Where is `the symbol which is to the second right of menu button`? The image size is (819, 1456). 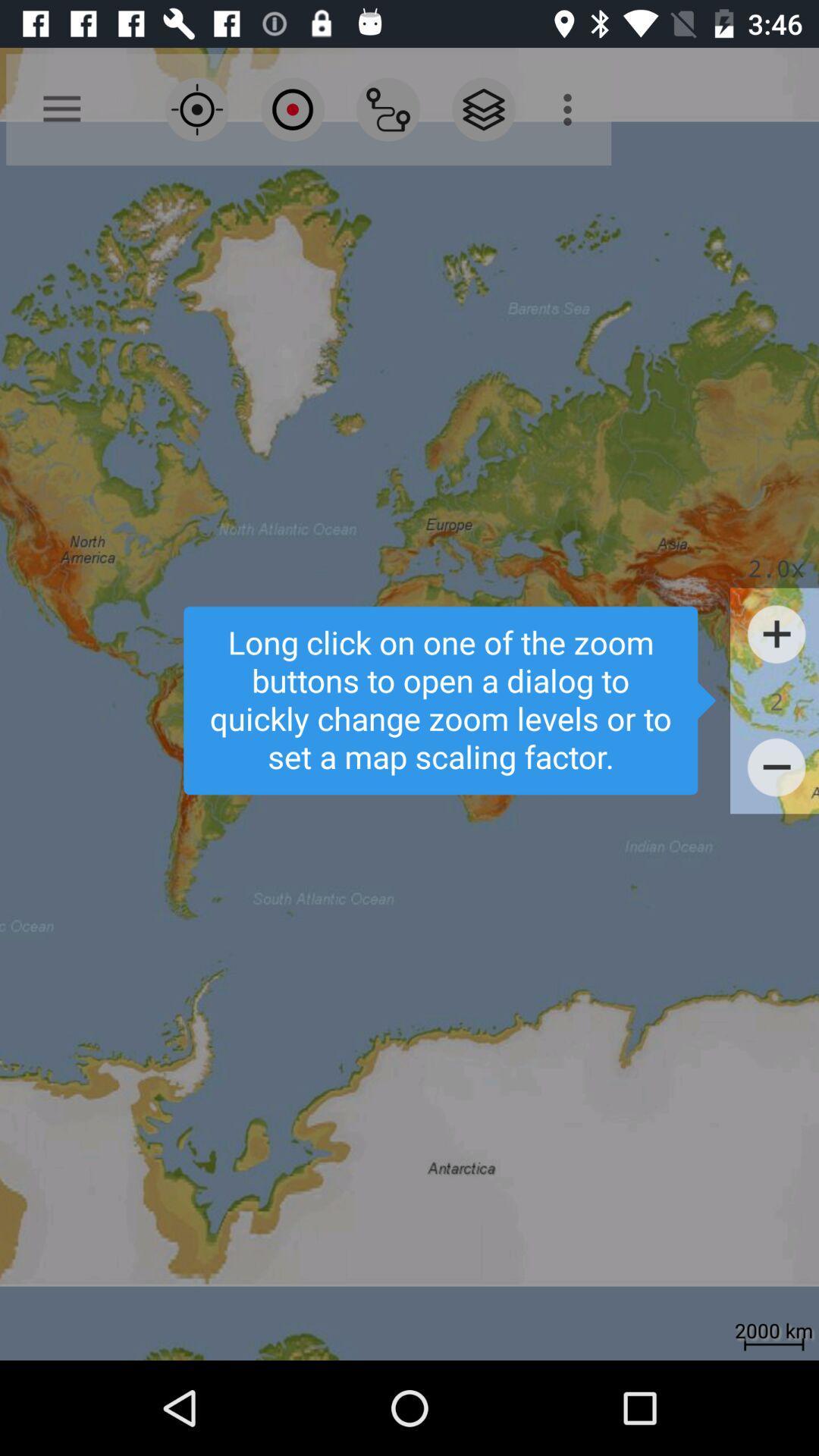
the symbol which is to the second right of menu button is located at coordinates (292, 108).